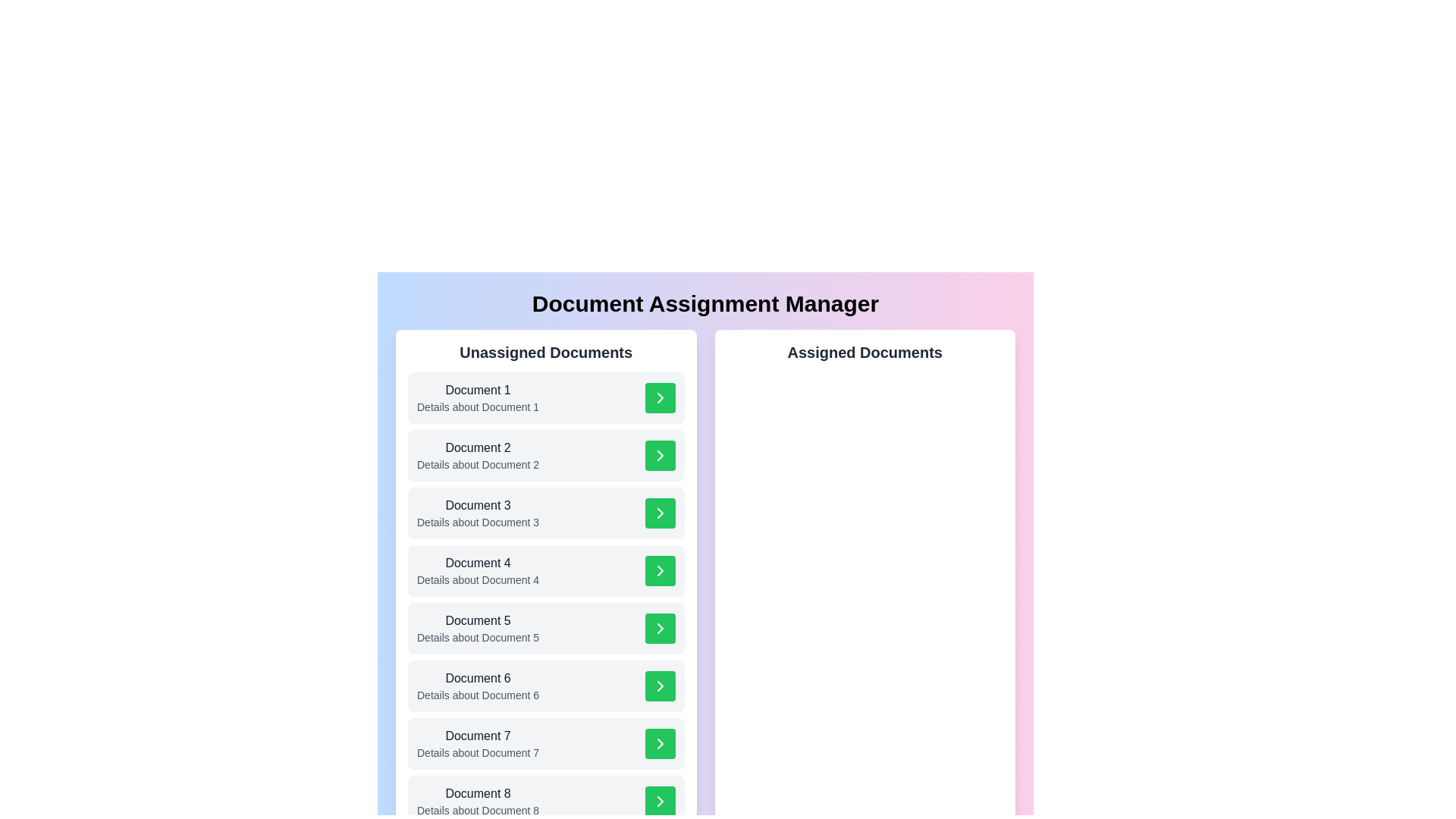  I want to click on the chevron or arrow icon representing a navigation or selection action for 'Document 2', which is positioned at the right edge of the second list entry under 'Unassigned Documents', so click(660, 455).